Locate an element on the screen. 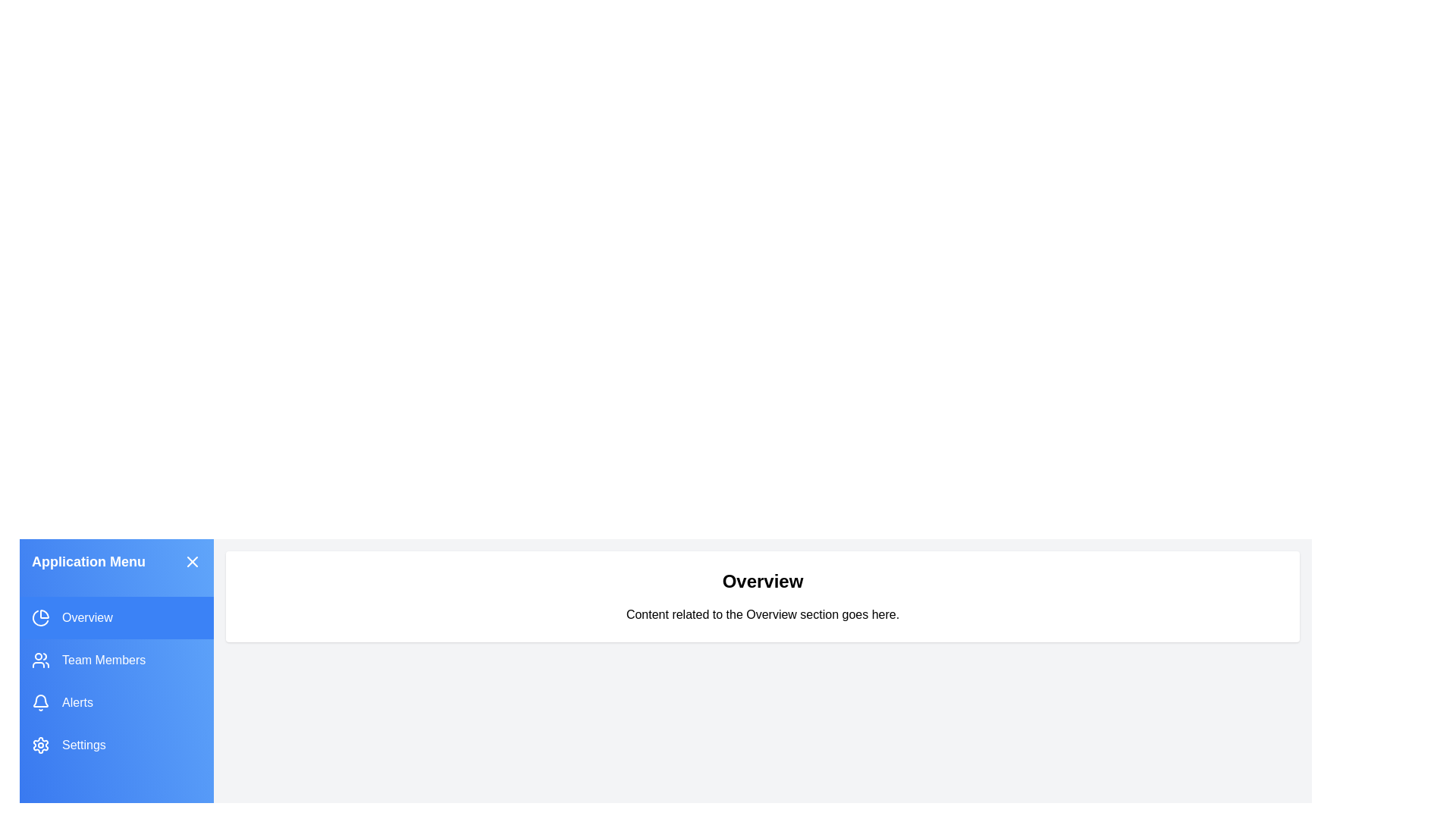 Image resolution: width=1456 pixels, height=819 pixels. 'X' button in the top-right corner of the drawer to close it is located at coordinates (192, 561).